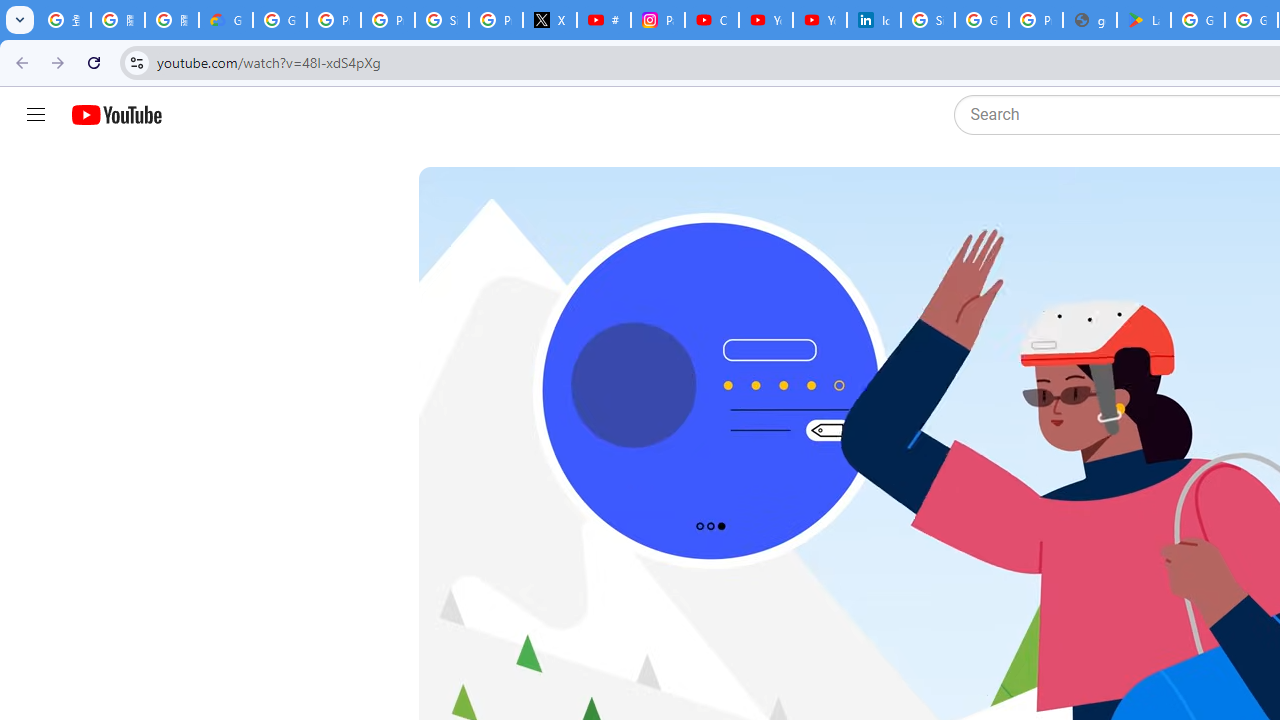 The height and width of the screenshot is (720, 1280). I want to click on 'YouTube Culture & Trends - YouTube Top 10, 2021', so click(819, 20).